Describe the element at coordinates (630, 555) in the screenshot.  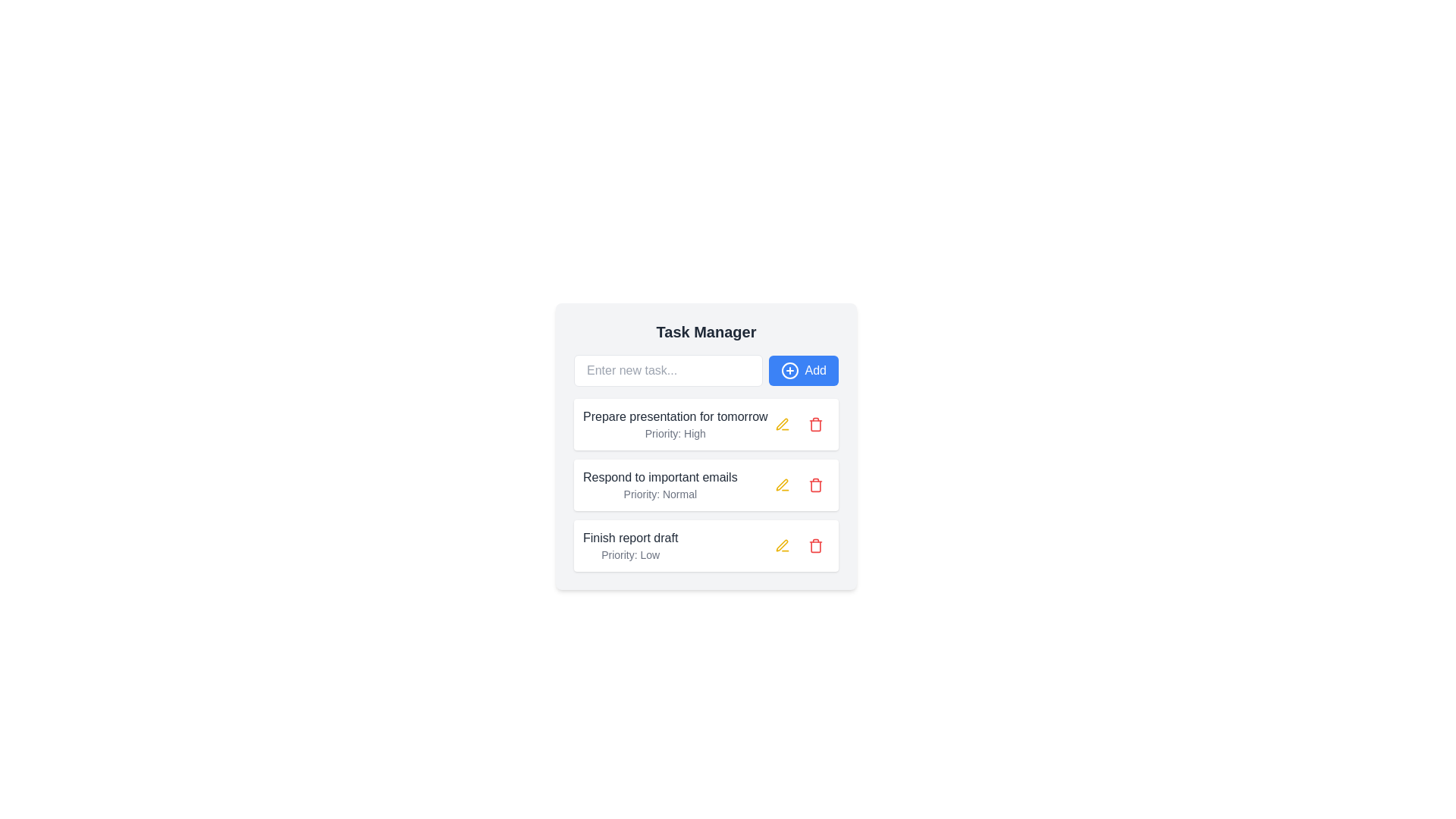
I see `text label displaying 'Priority: Low' located beneath the task title 'Finish report draft' in the task list to obtain priority information` at that location.